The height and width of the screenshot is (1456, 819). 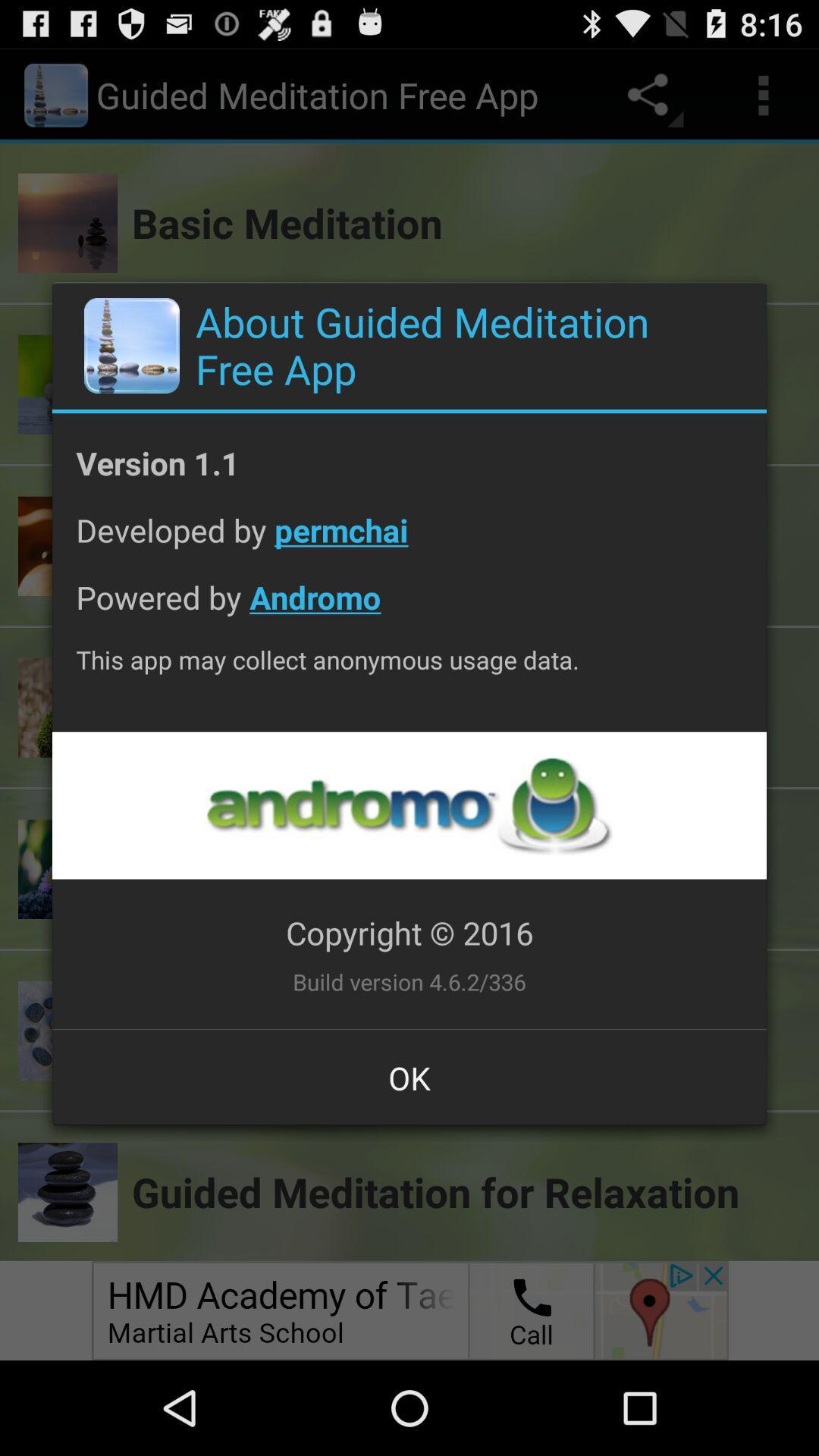 I want to click on the app below version 1.1, so click(x=409, y=541).